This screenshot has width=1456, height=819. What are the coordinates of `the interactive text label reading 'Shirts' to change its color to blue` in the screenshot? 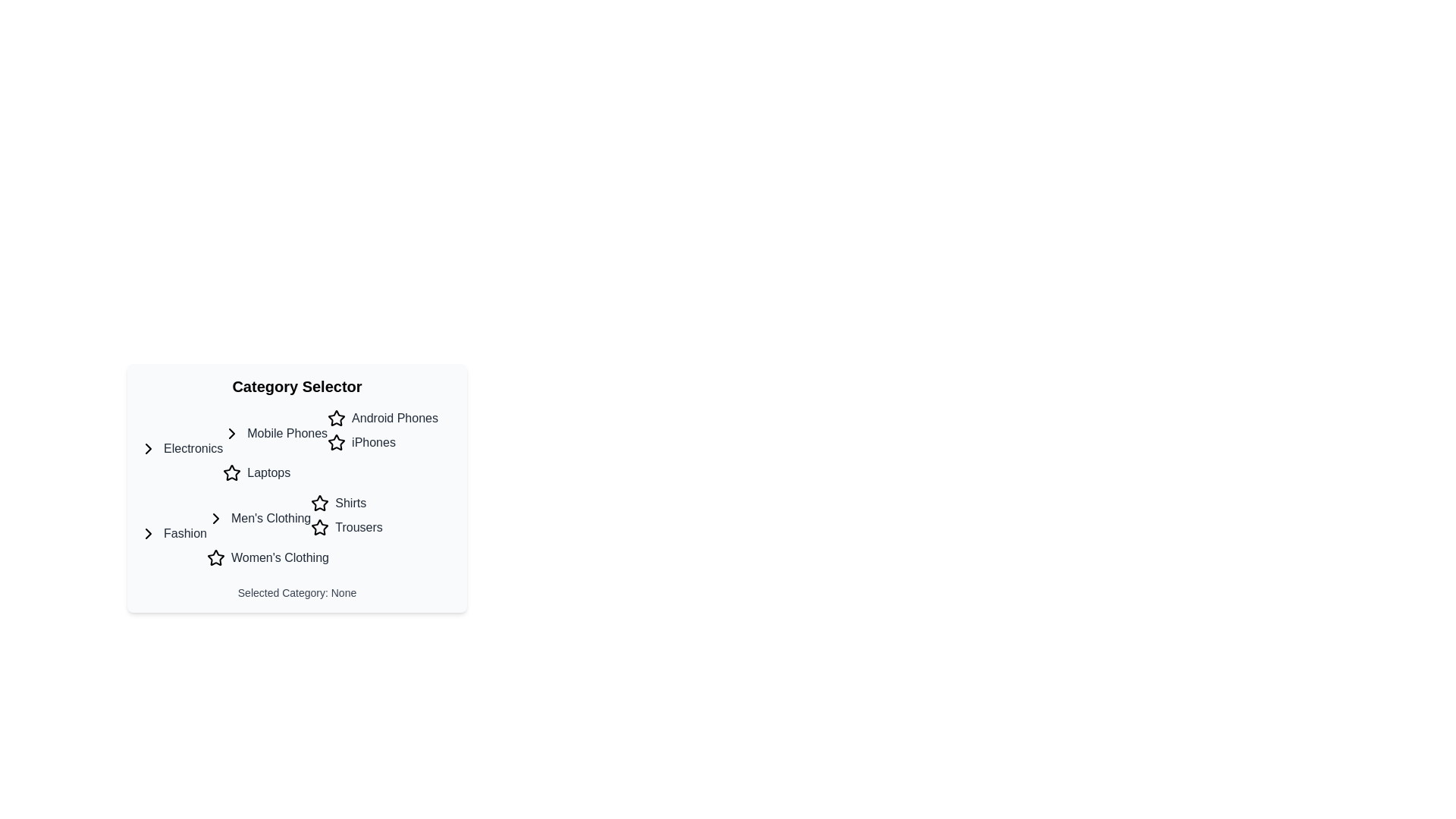 It's located at (350, 503).